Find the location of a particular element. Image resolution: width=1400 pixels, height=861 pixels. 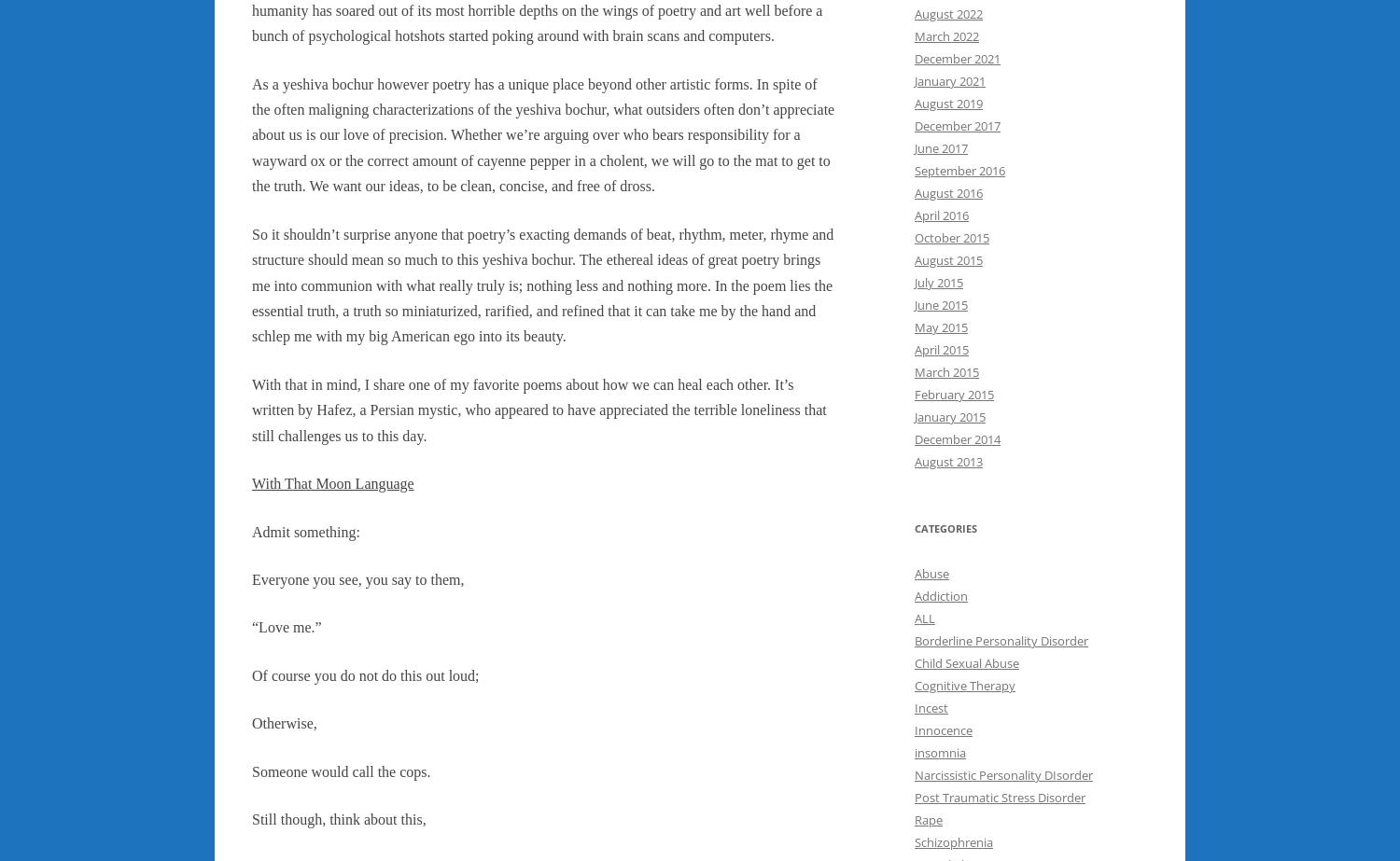

'December 2014' is located at coordinates (913, 438).